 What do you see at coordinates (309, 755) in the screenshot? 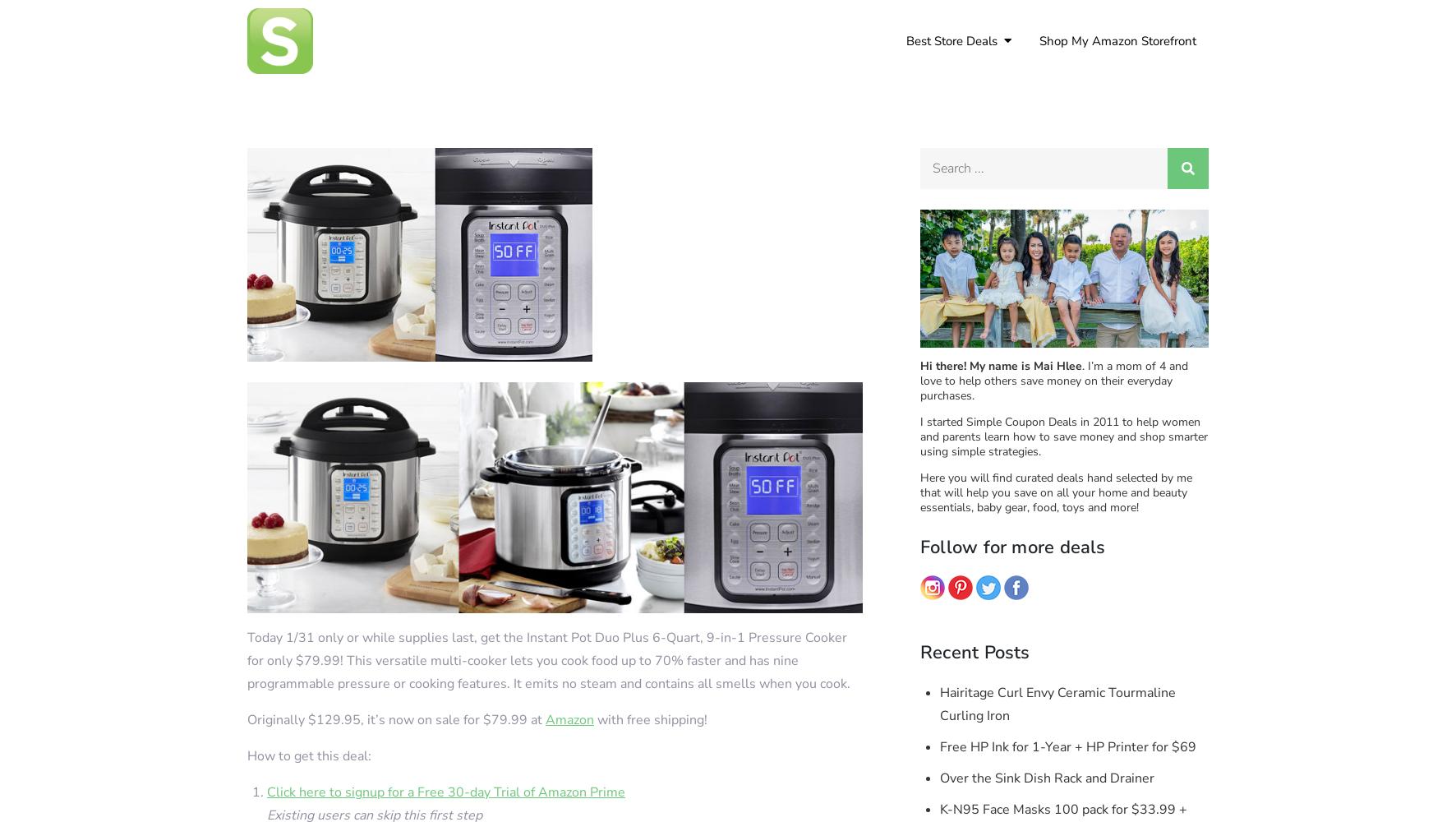
I see `'How to get this deal:'` at bounding box center [309, 755].